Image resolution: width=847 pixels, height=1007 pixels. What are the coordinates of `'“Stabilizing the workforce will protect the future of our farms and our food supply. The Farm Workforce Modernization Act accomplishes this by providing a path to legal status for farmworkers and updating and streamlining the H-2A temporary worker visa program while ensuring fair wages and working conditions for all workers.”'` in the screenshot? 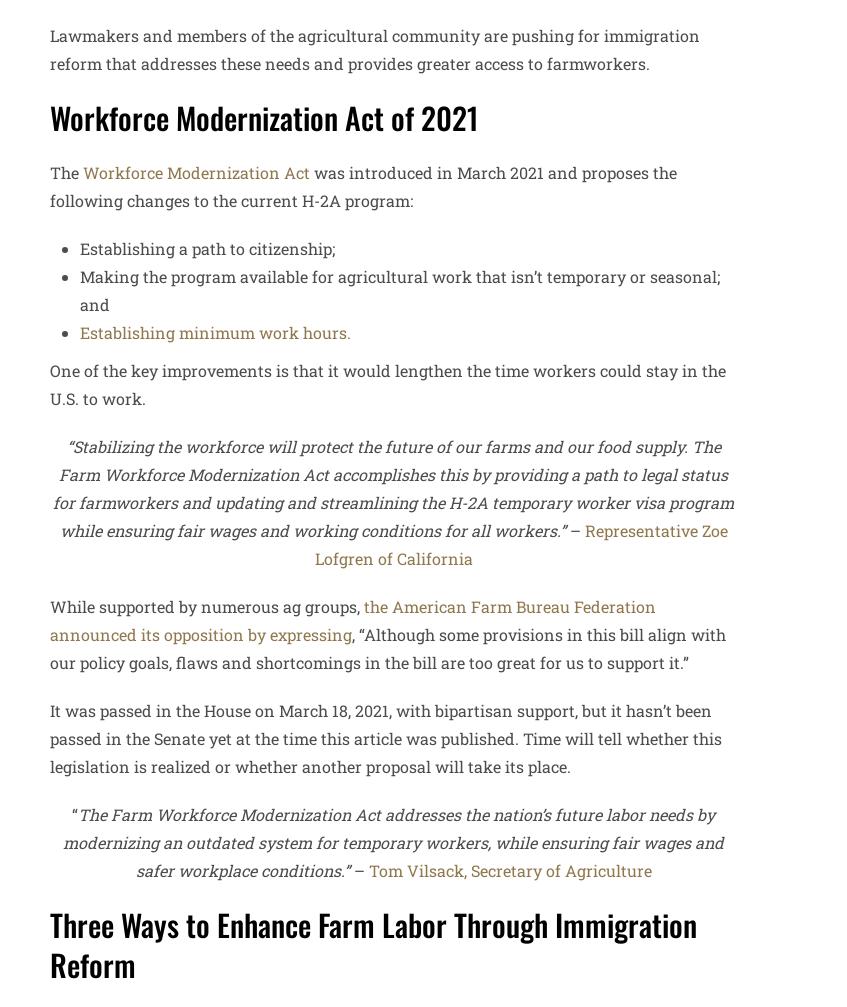 It's located at (392, 487).